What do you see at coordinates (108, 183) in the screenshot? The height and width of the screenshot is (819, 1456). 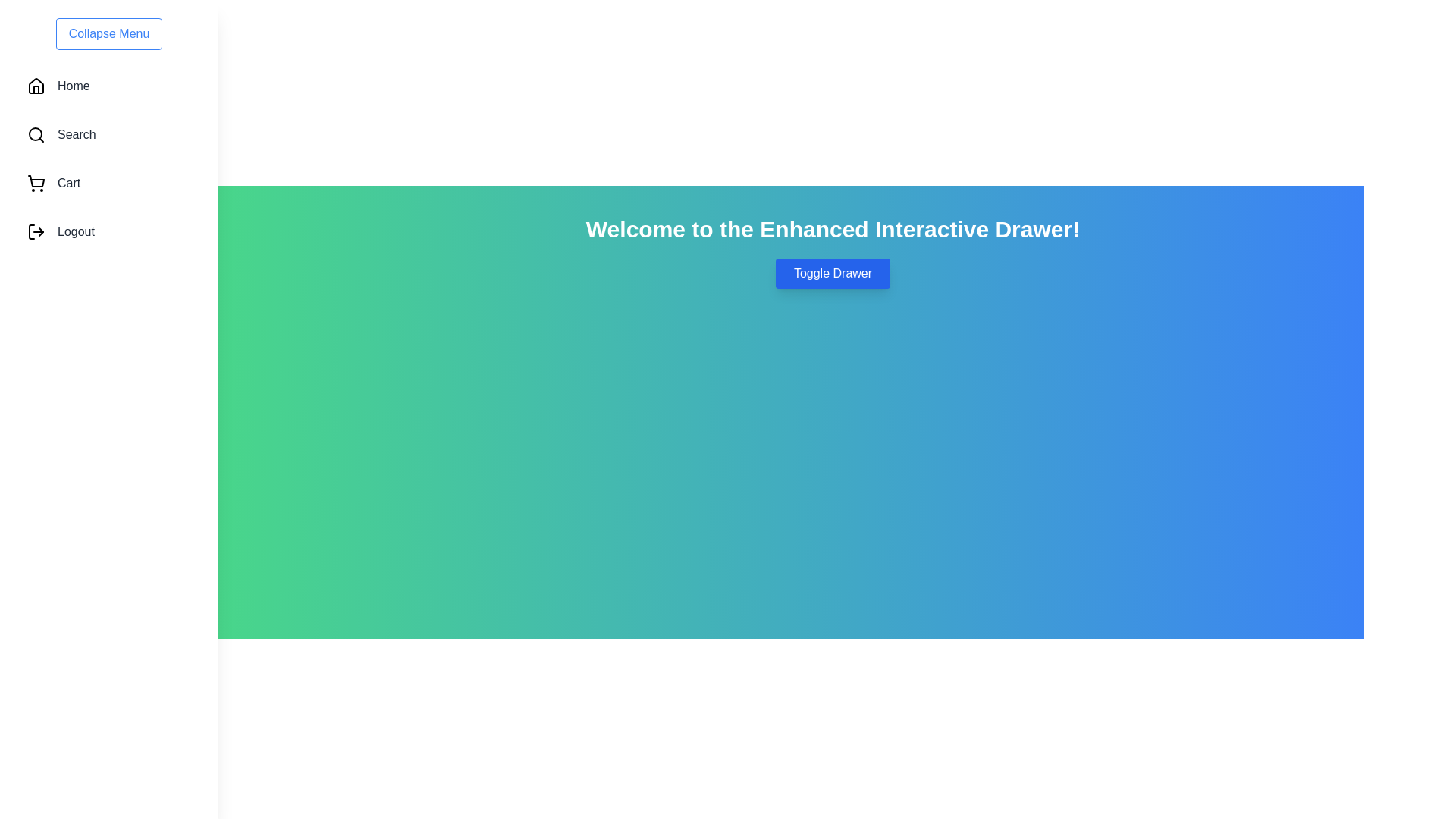 I see `the 'Cart' menu item in the drawer` at bounding box center [108, 183].